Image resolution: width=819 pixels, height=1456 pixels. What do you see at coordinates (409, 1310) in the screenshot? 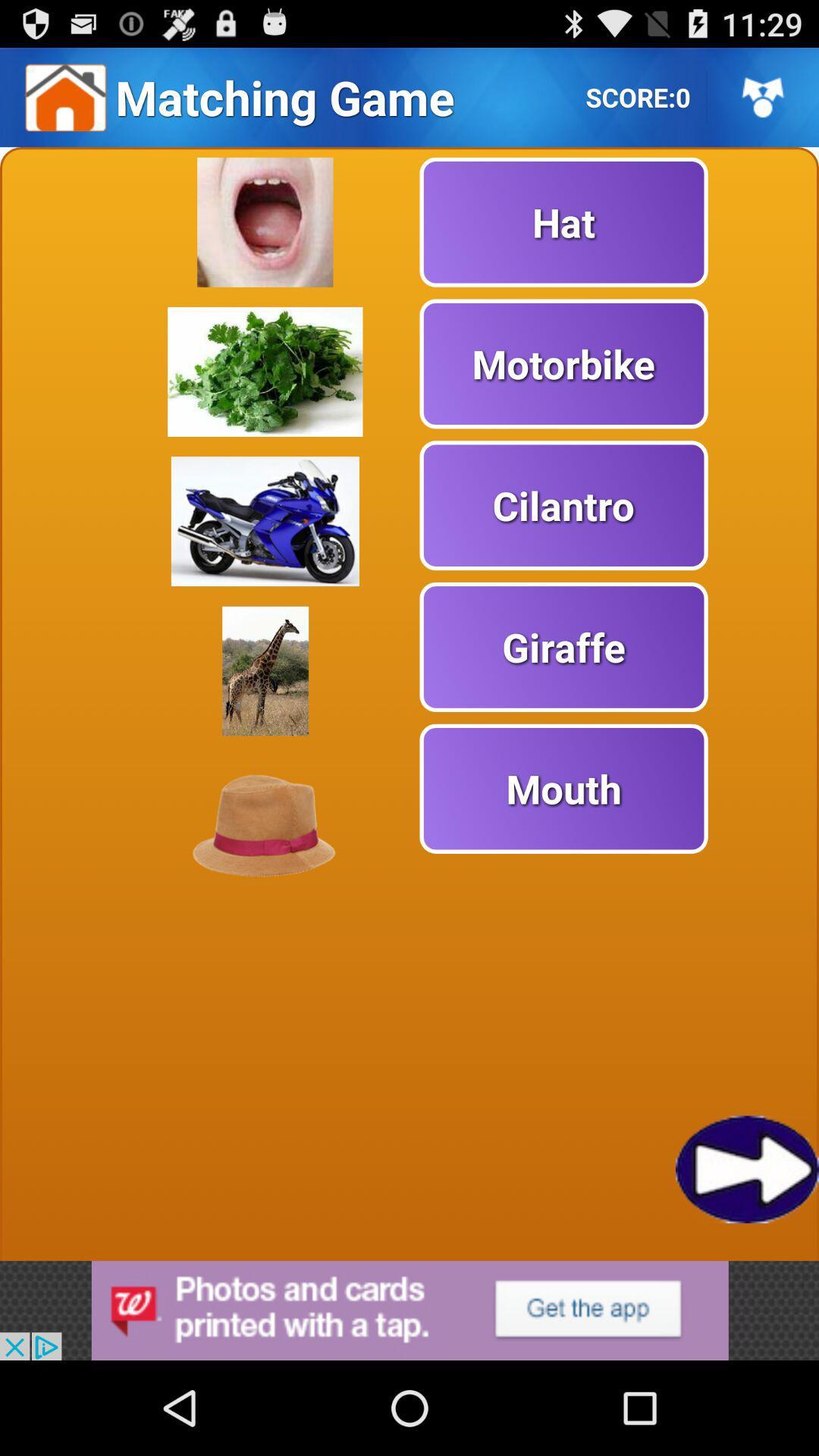
I see `advertisement link` at bounding box center [409, 1310].